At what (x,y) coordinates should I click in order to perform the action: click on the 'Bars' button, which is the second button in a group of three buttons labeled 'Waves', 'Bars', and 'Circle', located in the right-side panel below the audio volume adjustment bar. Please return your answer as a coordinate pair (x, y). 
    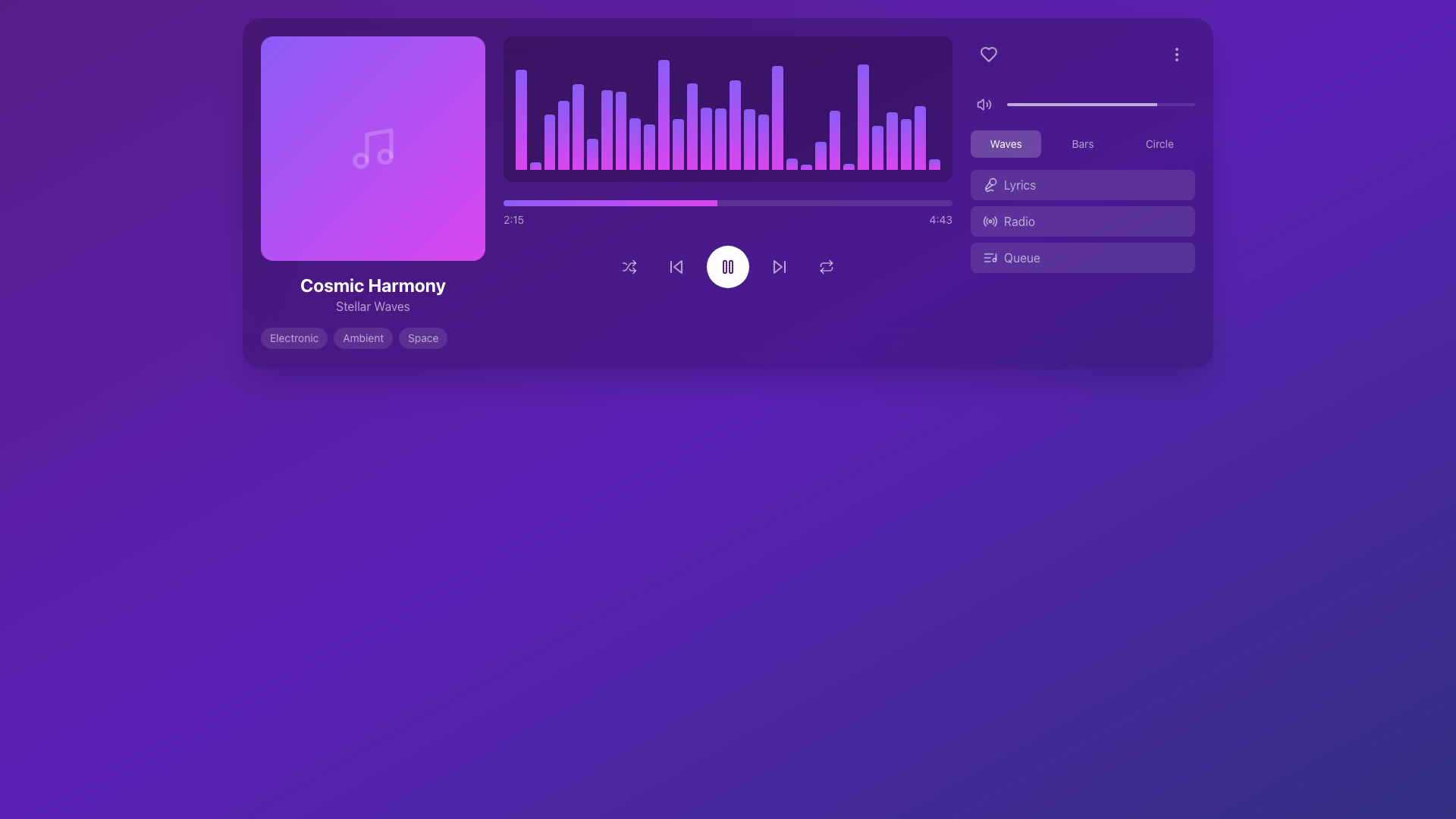
    Looking at the image, I should click on (1081, 143).